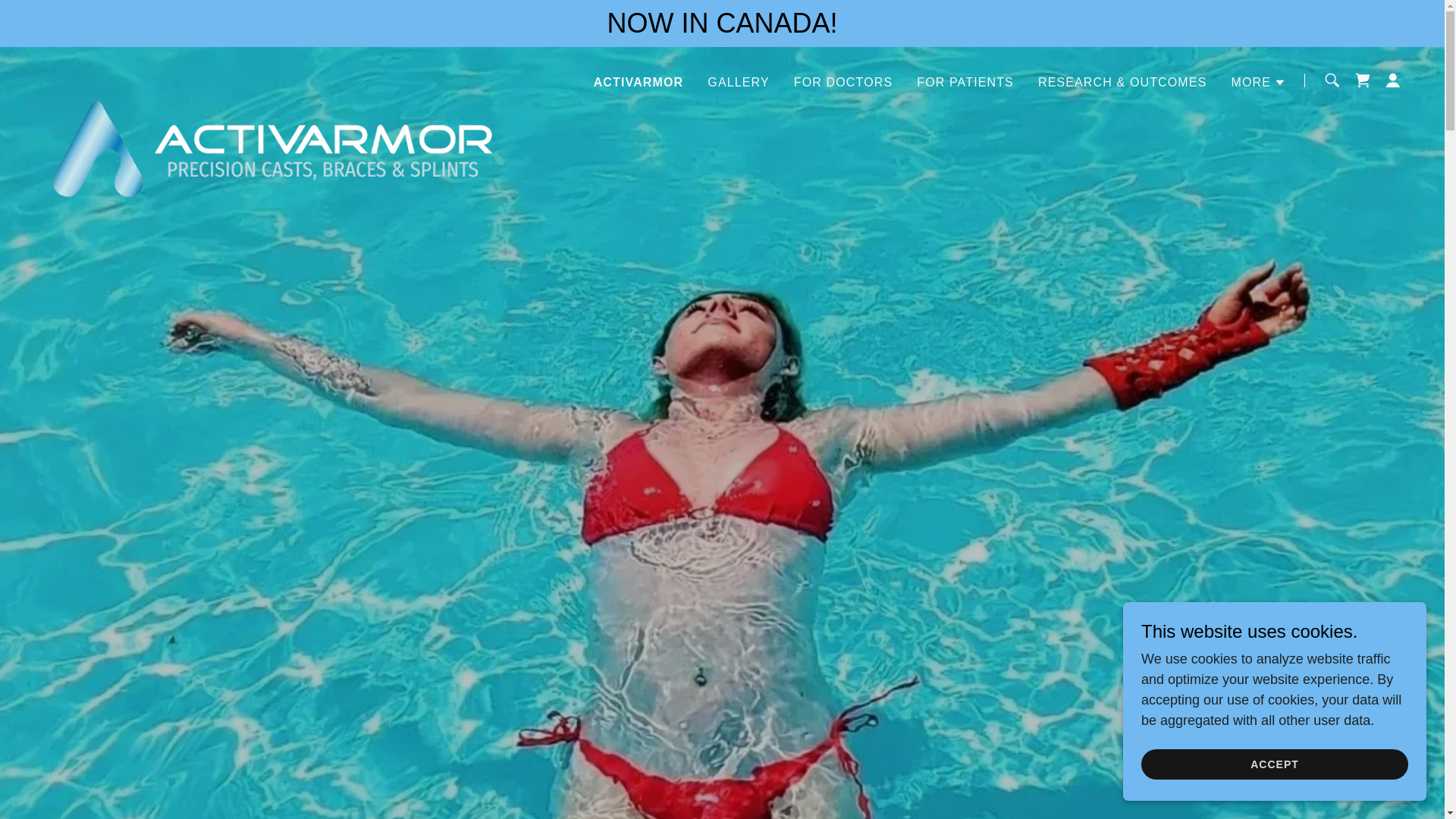 The height and width of the screenshot is (819, 1456). I want to click on 'FOR PATIENTS', so click(964, 82).